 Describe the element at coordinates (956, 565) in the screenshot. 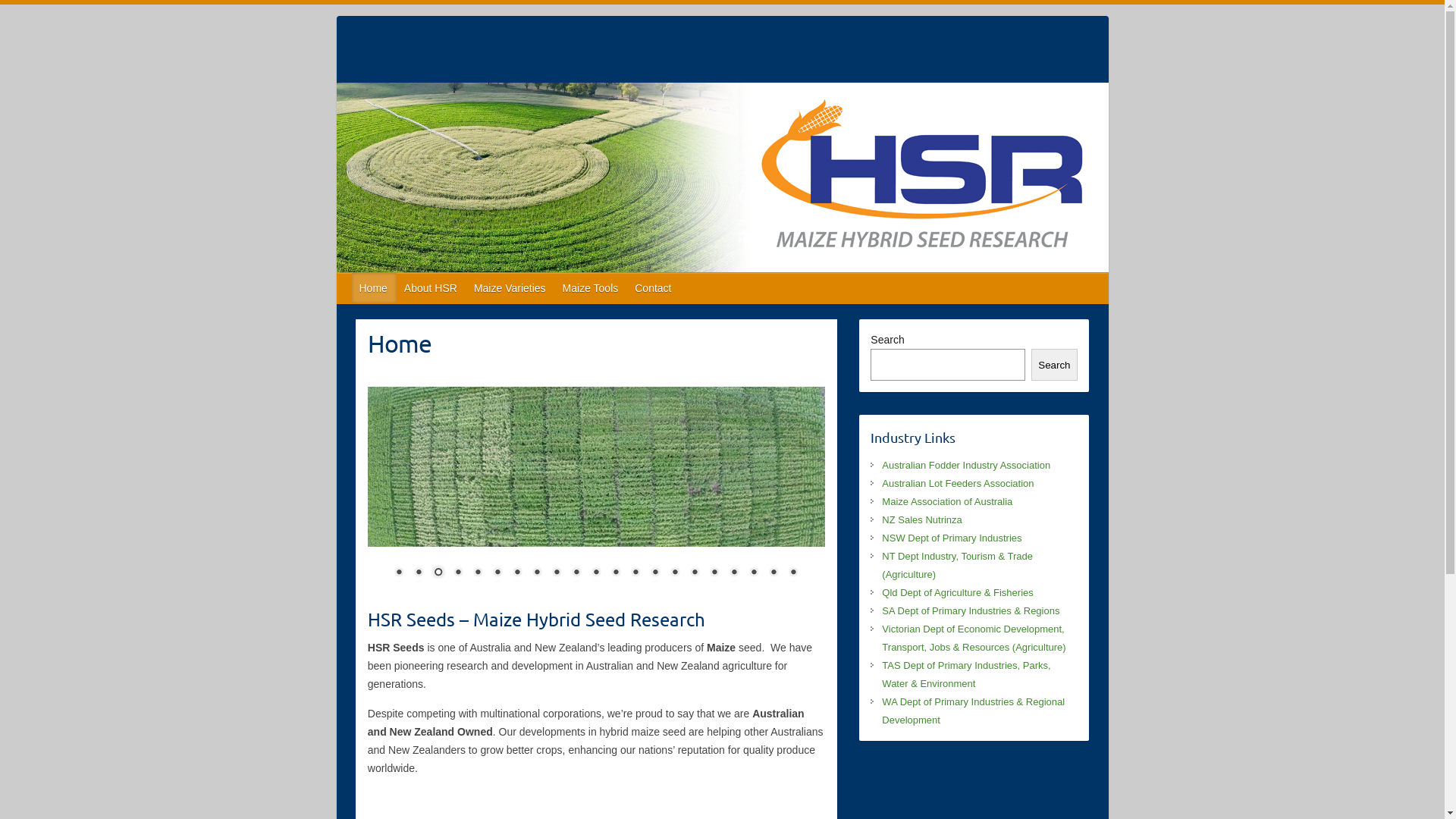

I see `'NT Dept Industry, Tourism & Trade (Agriculture)'` at that location.